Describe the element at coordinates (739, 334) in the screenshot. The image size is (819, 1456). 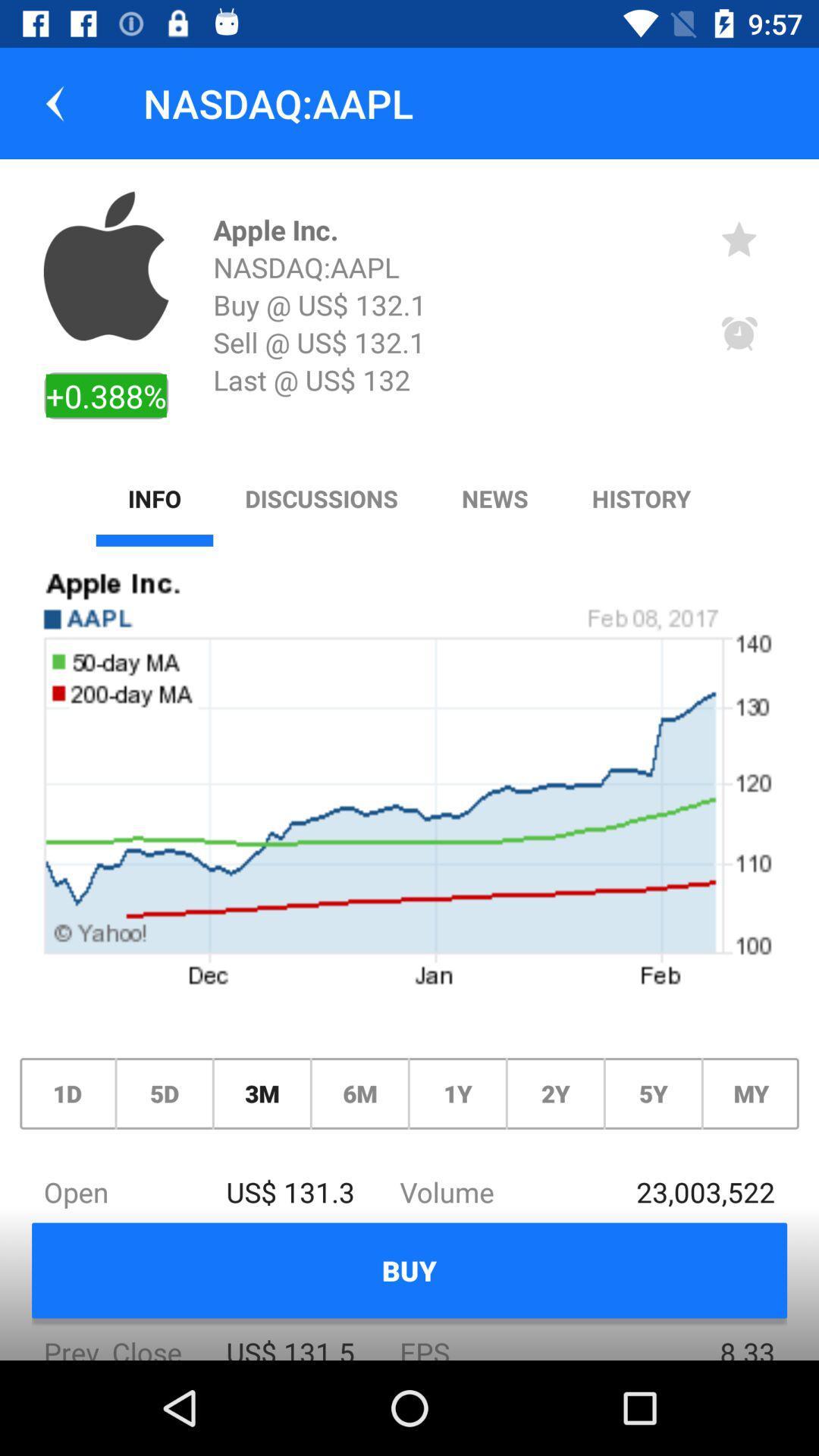
I see `the time icon` at that location.